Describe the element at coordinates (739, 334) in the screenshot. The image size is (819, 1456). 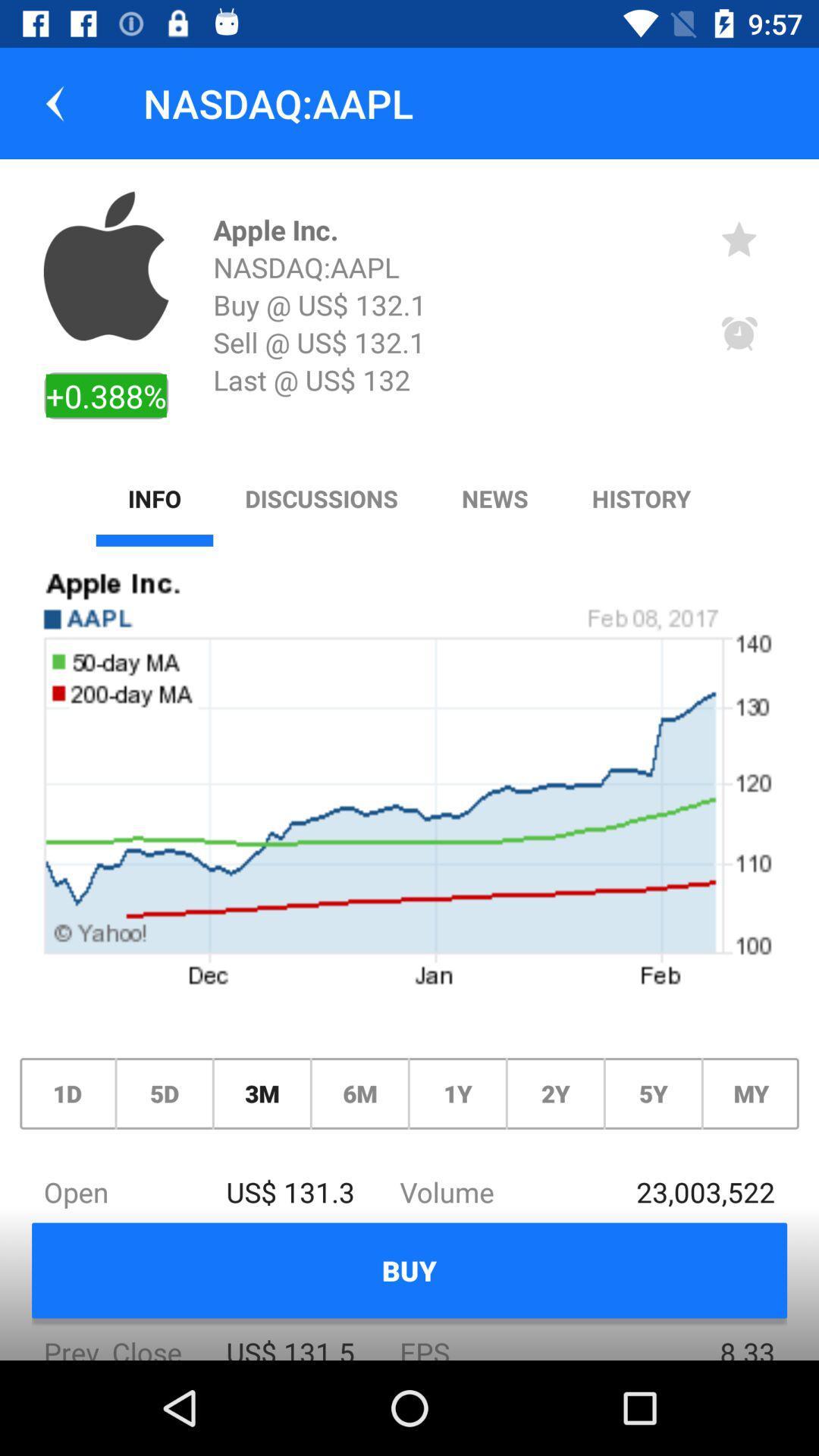
I see `the time icon` at that location.